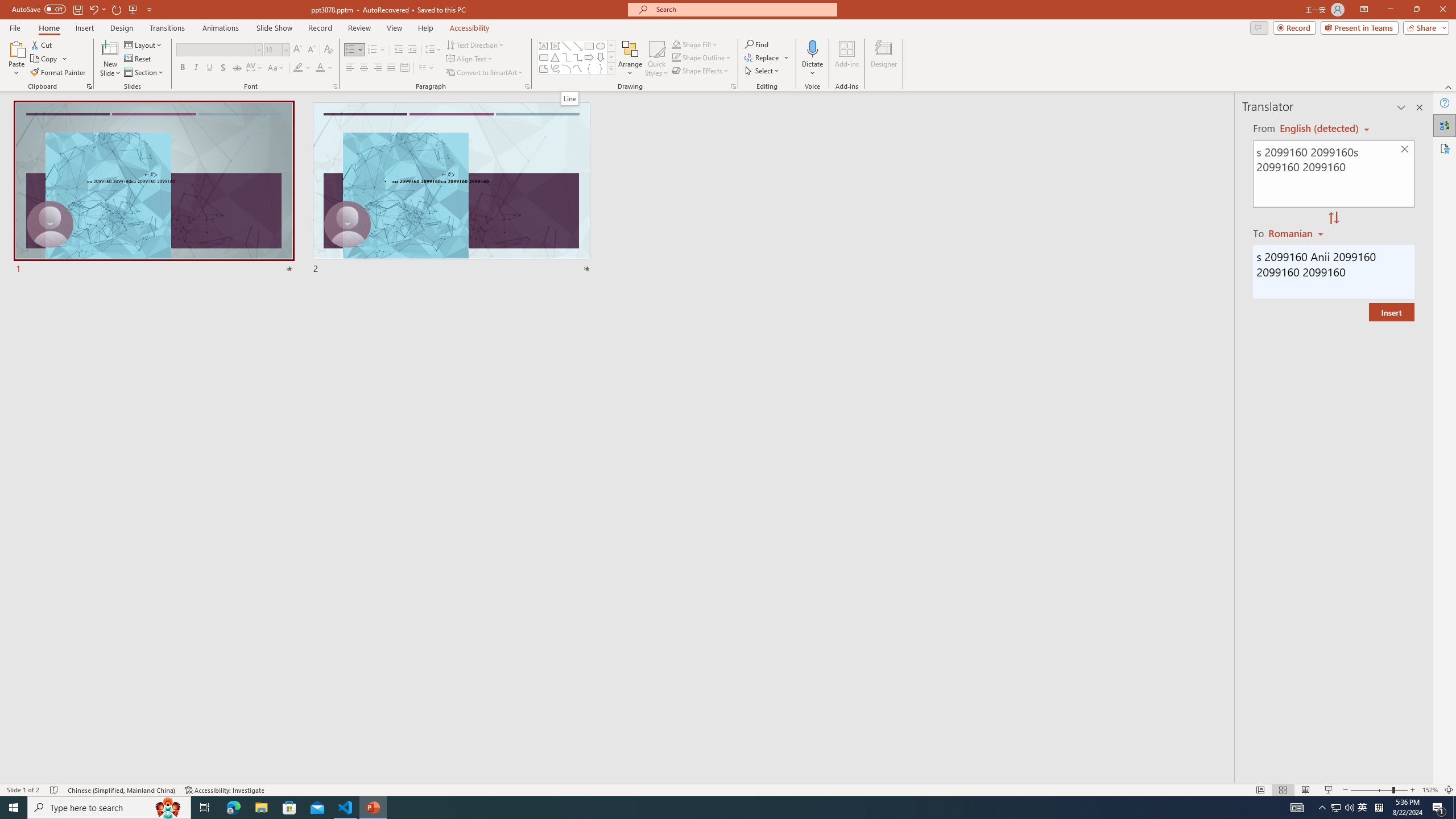  What do you see at coordinates (701, 56) in the screenshot?
I see `'Shape Outline'` at bounding box center [701, 56].